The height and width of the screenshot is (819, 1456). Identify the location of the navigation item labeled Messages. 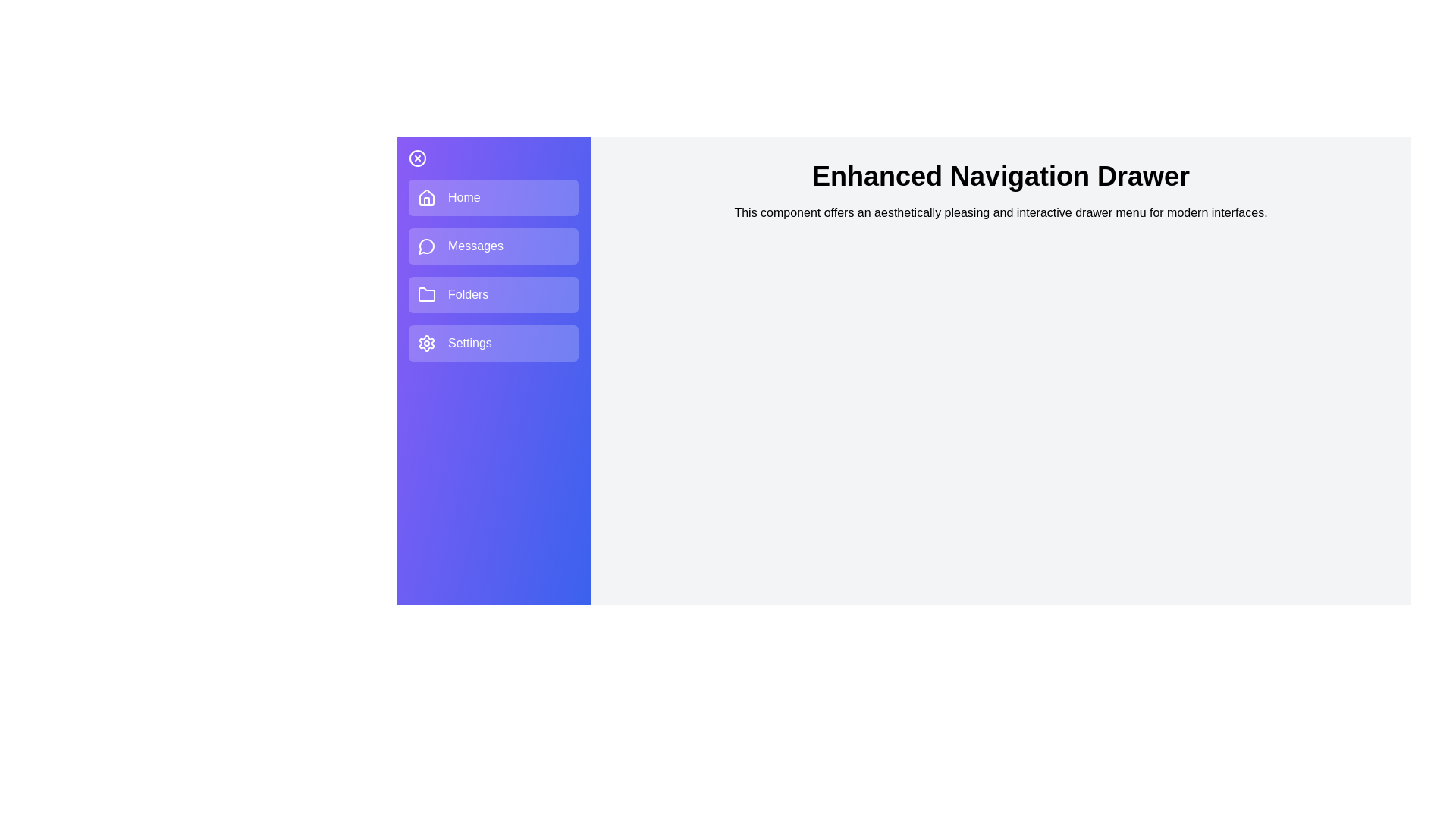
(494, 245).